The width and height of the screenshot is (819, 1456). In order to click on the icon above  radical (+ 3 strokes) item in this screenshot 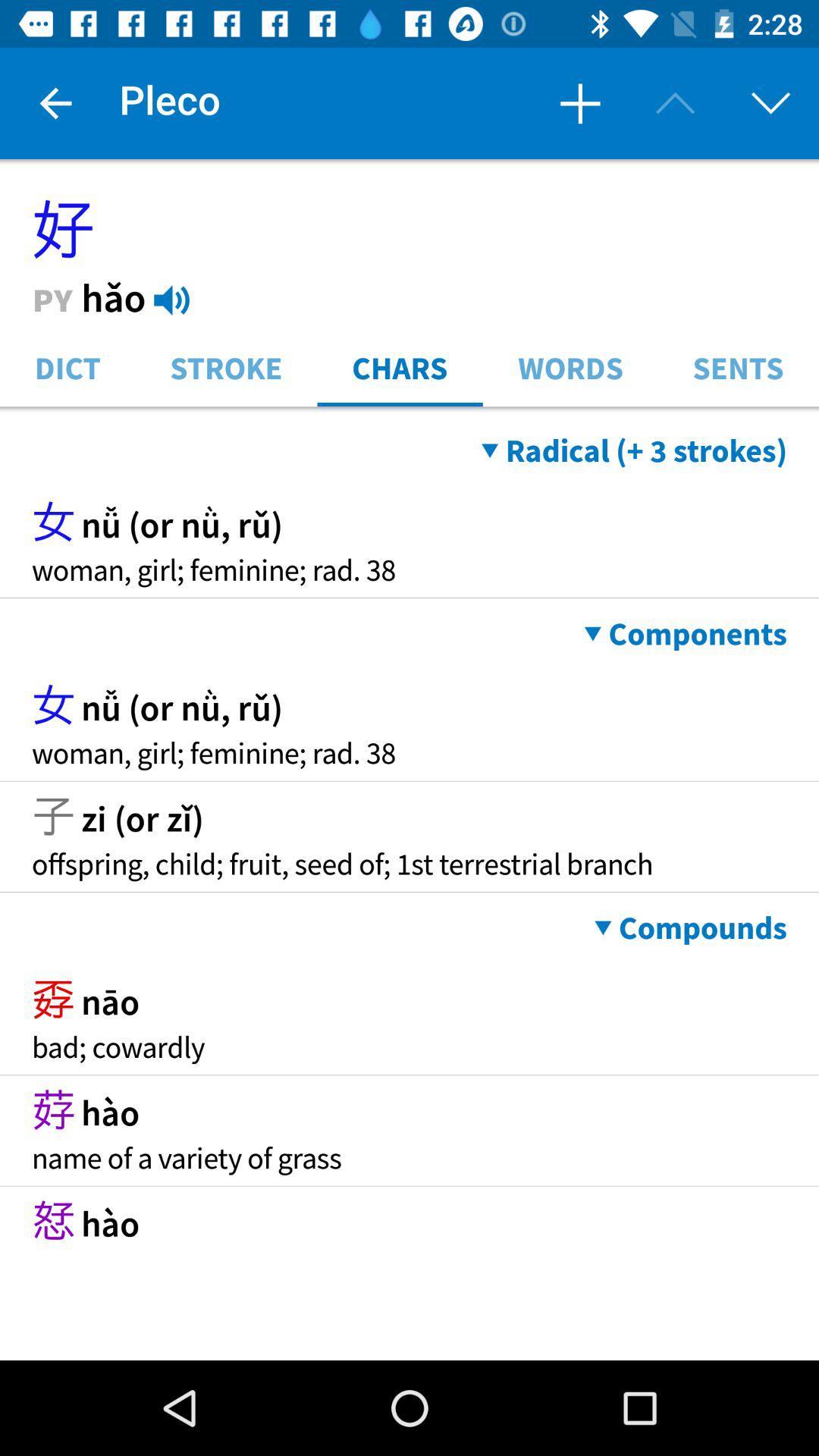, I will do `click(409, 410)`.